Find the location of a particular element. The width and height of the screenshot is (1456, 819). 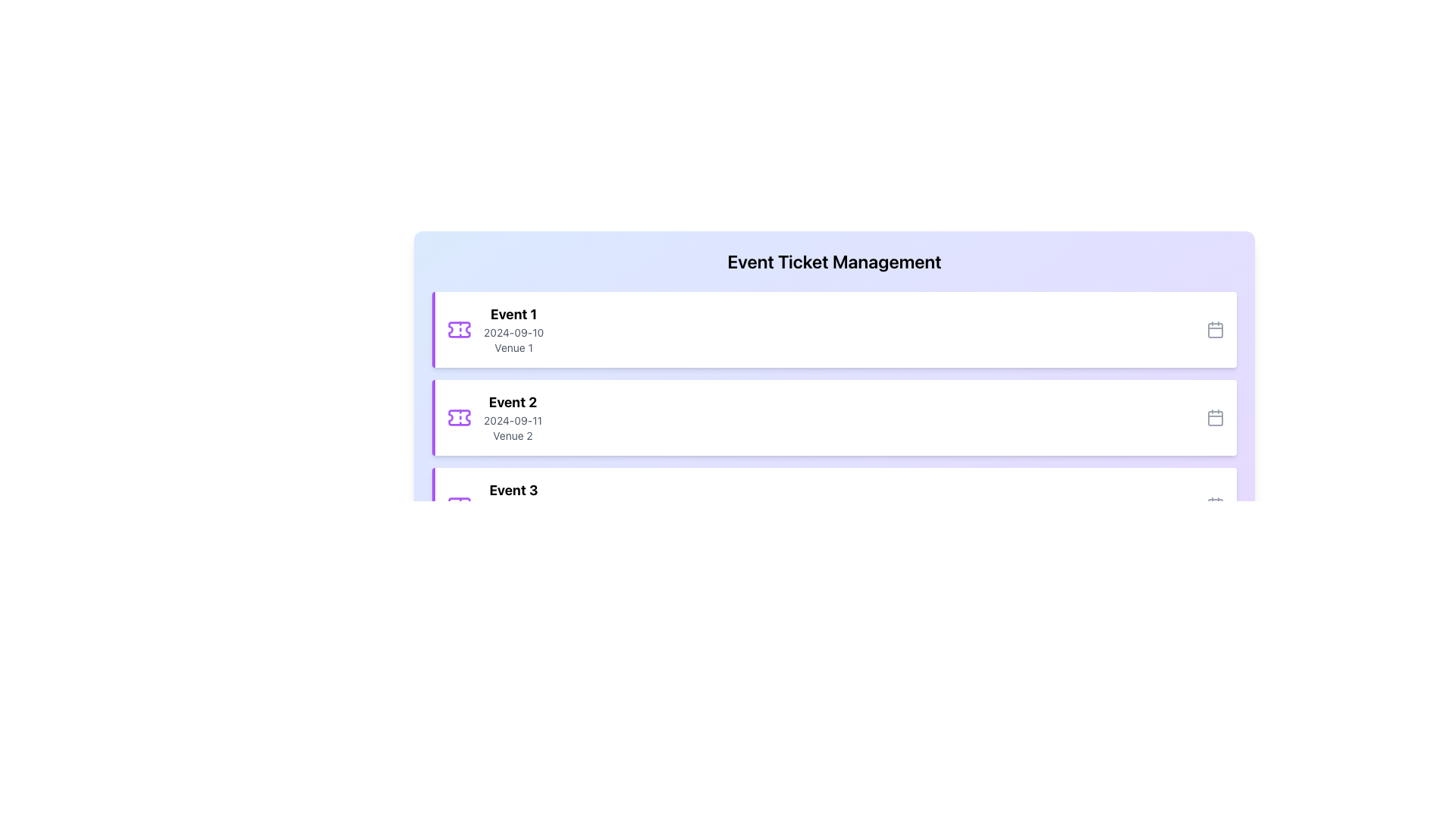

the smaller, solid square within the minimalist SVG calendar icon located next to the right edge of the event information card for 'Event 1' is located at coordinates (1216, 329).